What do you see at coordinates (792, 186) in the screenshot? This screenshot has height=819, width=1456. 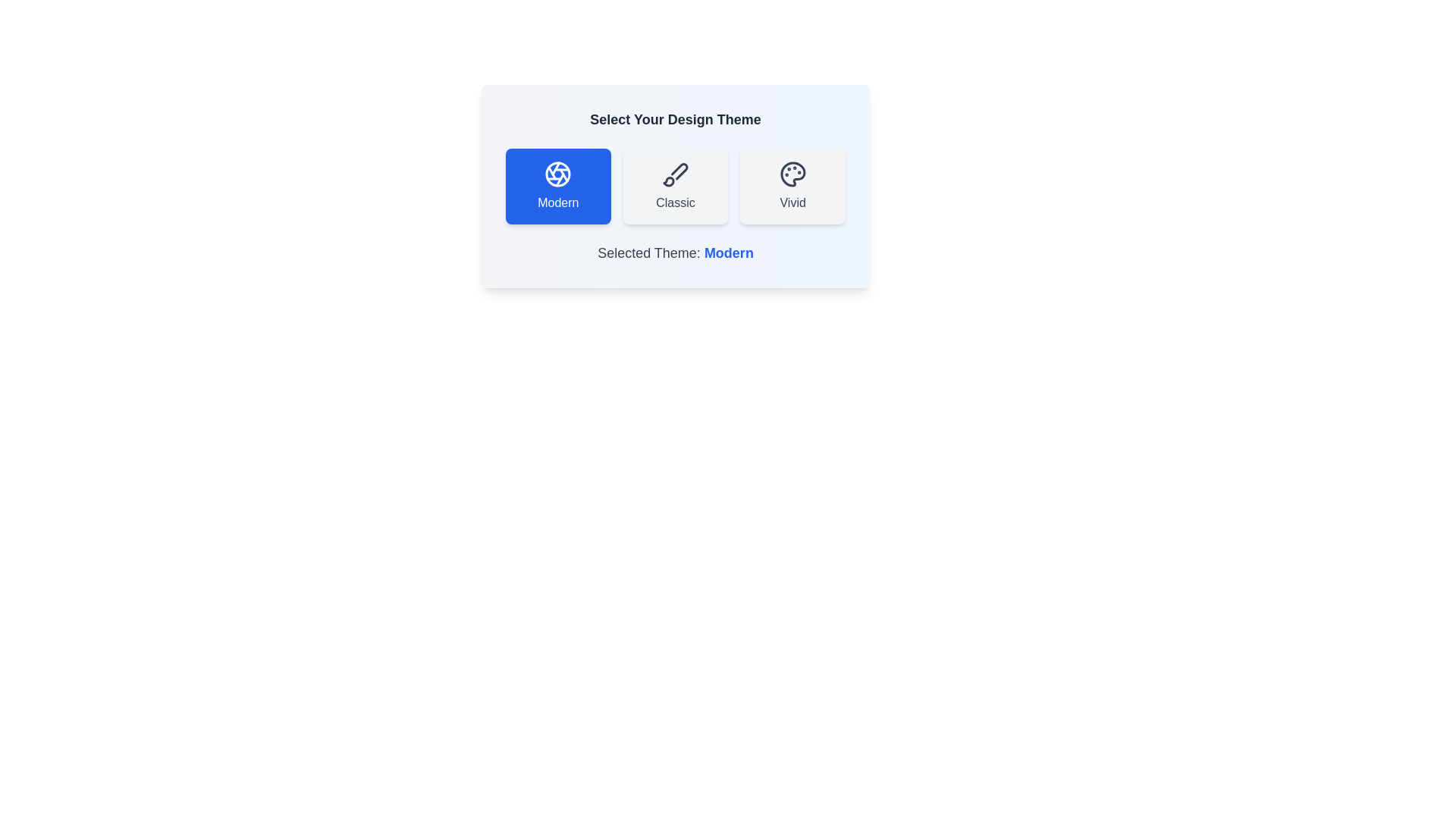 I see `the theme Vivid by clicking on its corresponding button` at bounding box center [792, 186].